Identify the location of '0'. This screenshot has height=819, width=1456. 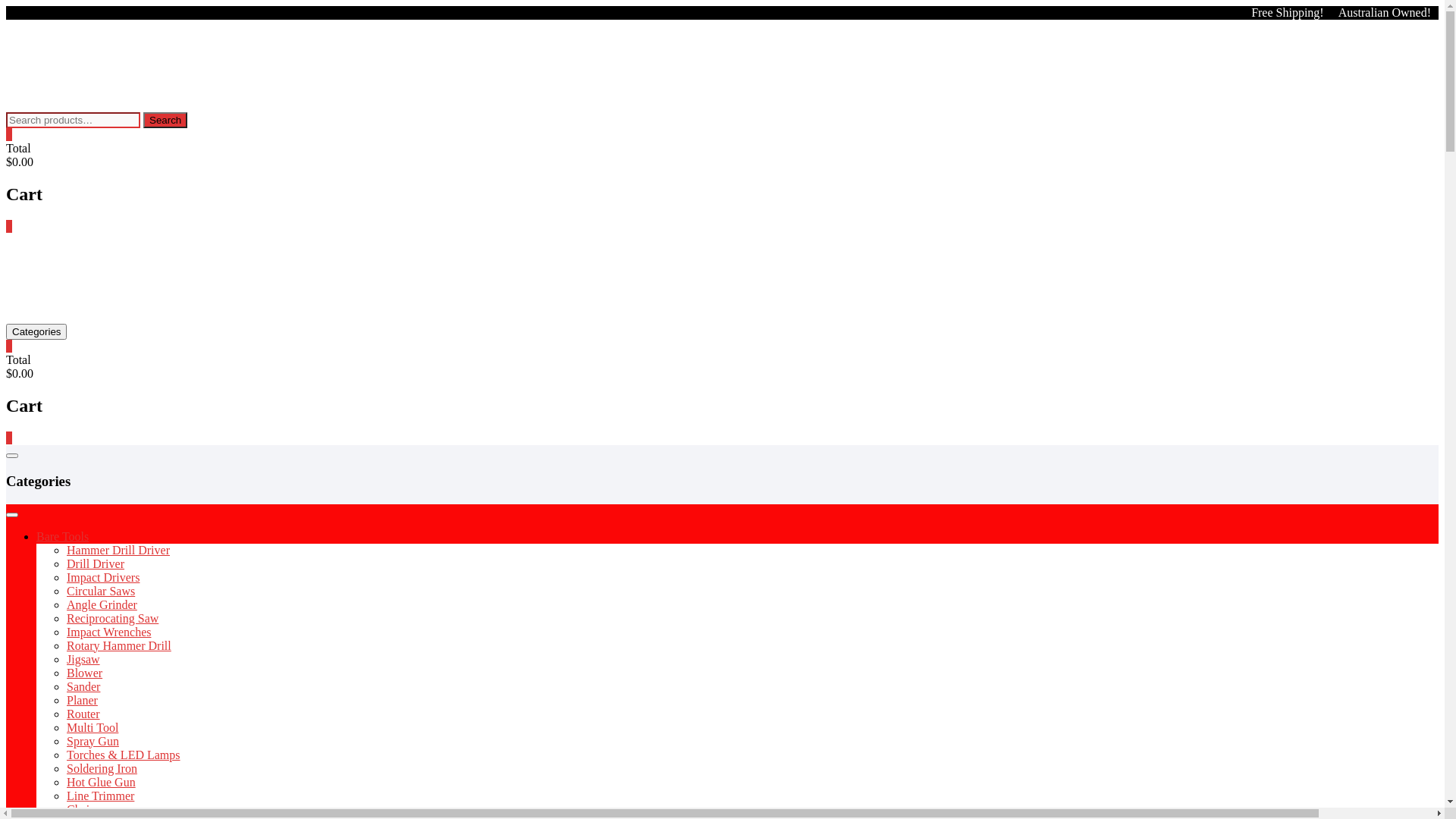
(9, 226).